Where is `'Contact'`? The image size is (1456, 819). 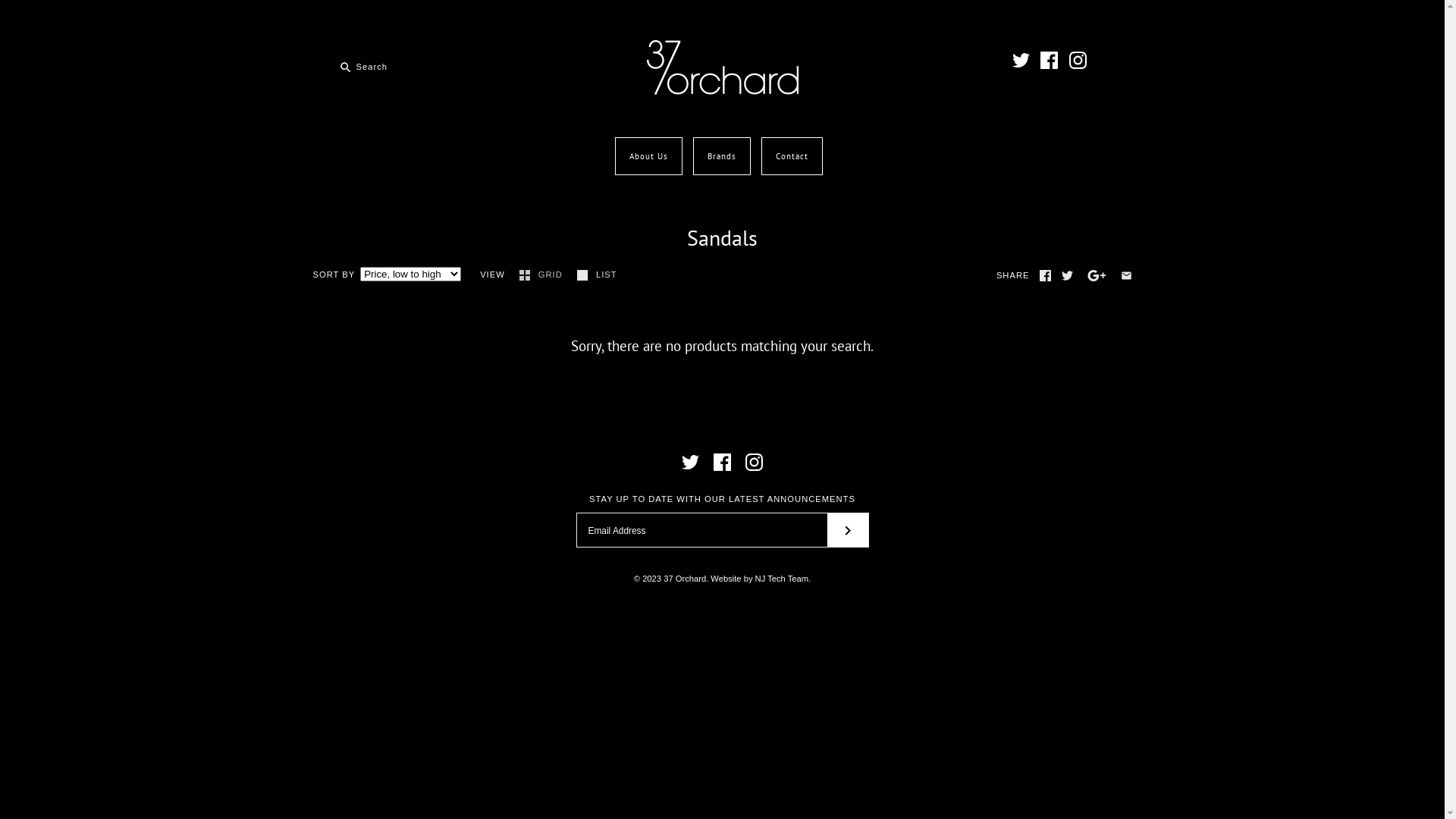 'Contact' is located at coordinates (790, 155).